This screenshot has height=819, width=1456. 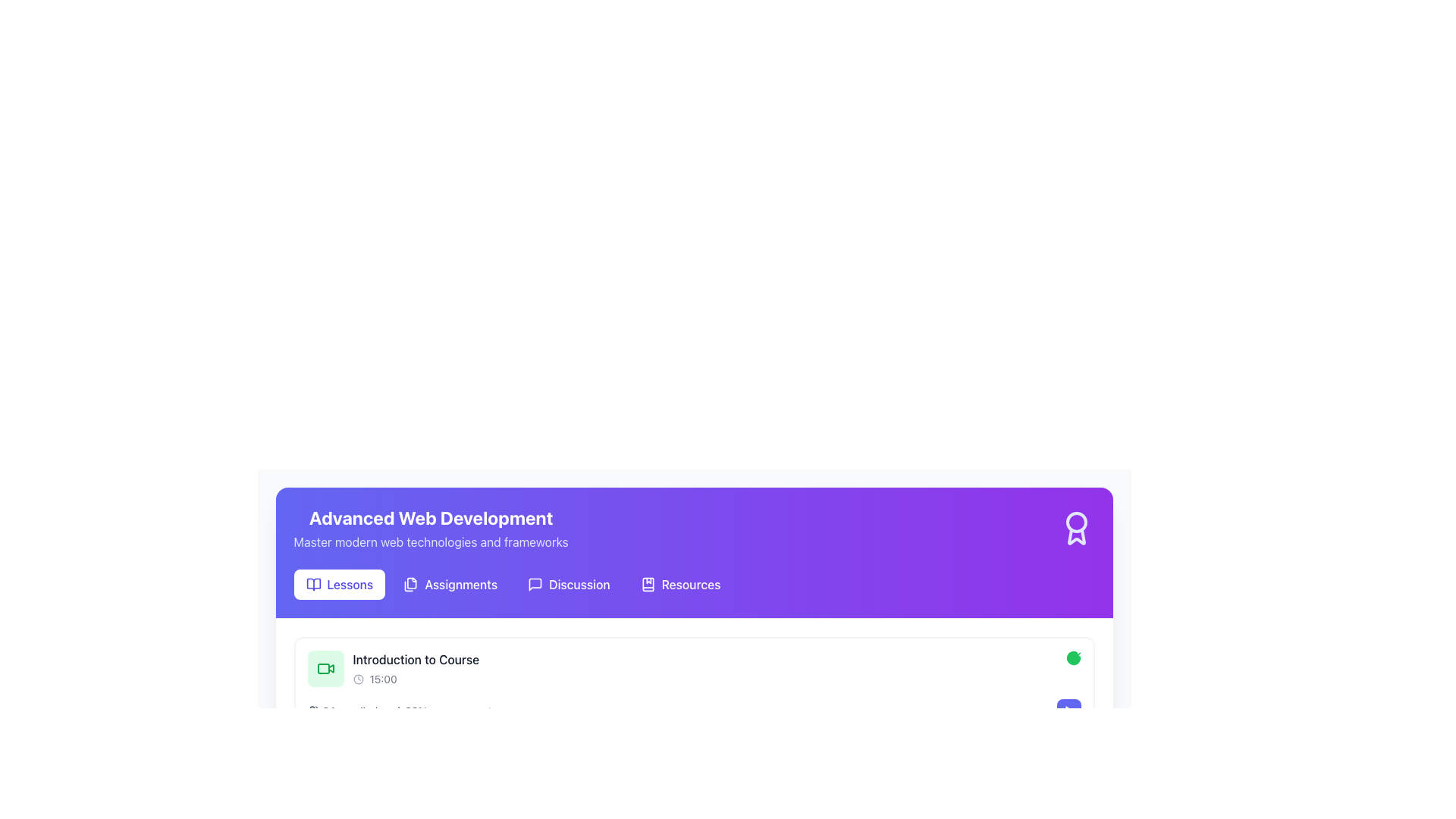 I want to click on the open book icon located to the left of the 'Lessons' label in the navigation menu, so click(x=312, y=584).